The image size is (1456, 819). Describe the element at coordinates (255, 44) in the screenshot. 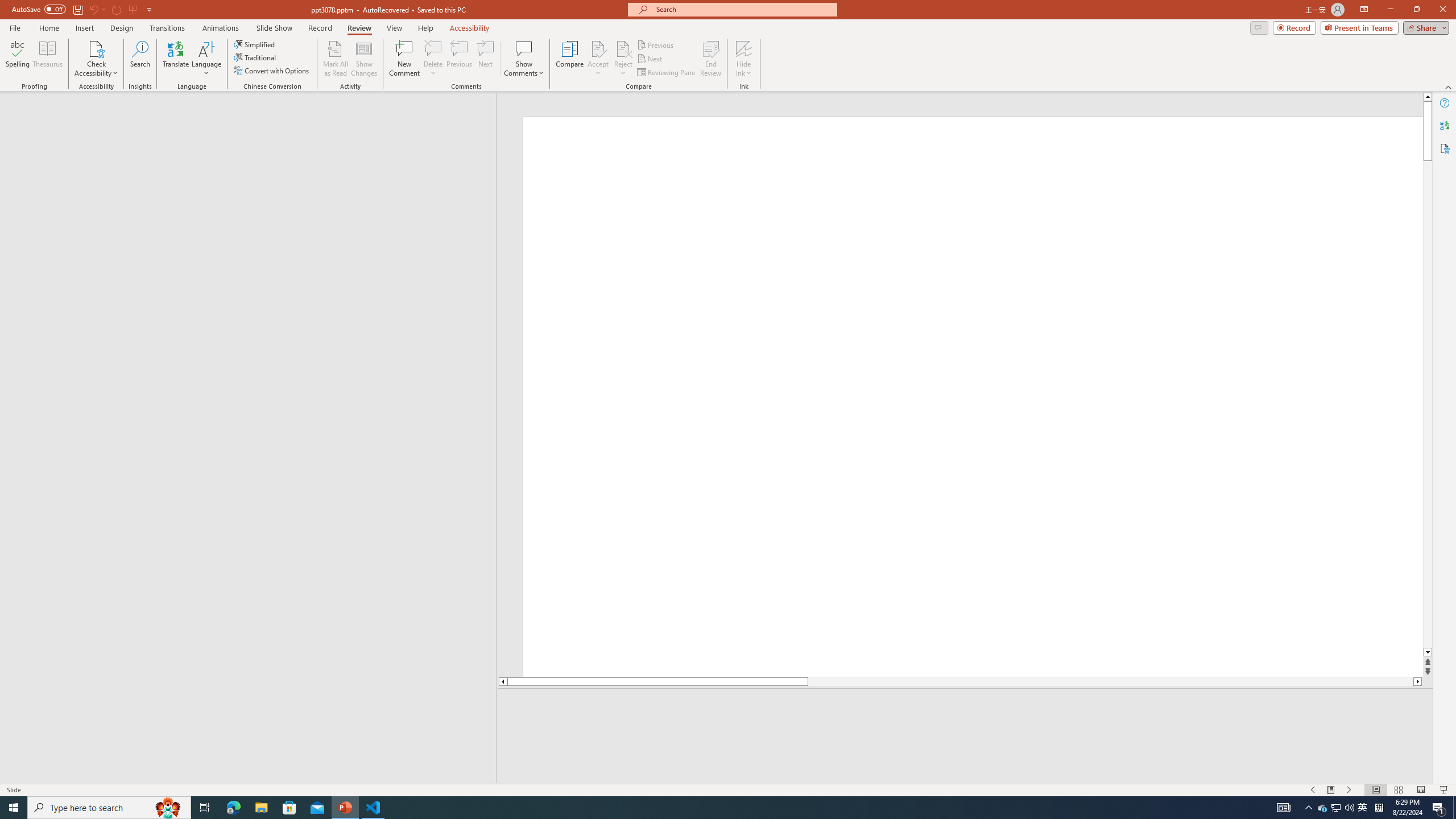

I see `'Simplified'` at that location.